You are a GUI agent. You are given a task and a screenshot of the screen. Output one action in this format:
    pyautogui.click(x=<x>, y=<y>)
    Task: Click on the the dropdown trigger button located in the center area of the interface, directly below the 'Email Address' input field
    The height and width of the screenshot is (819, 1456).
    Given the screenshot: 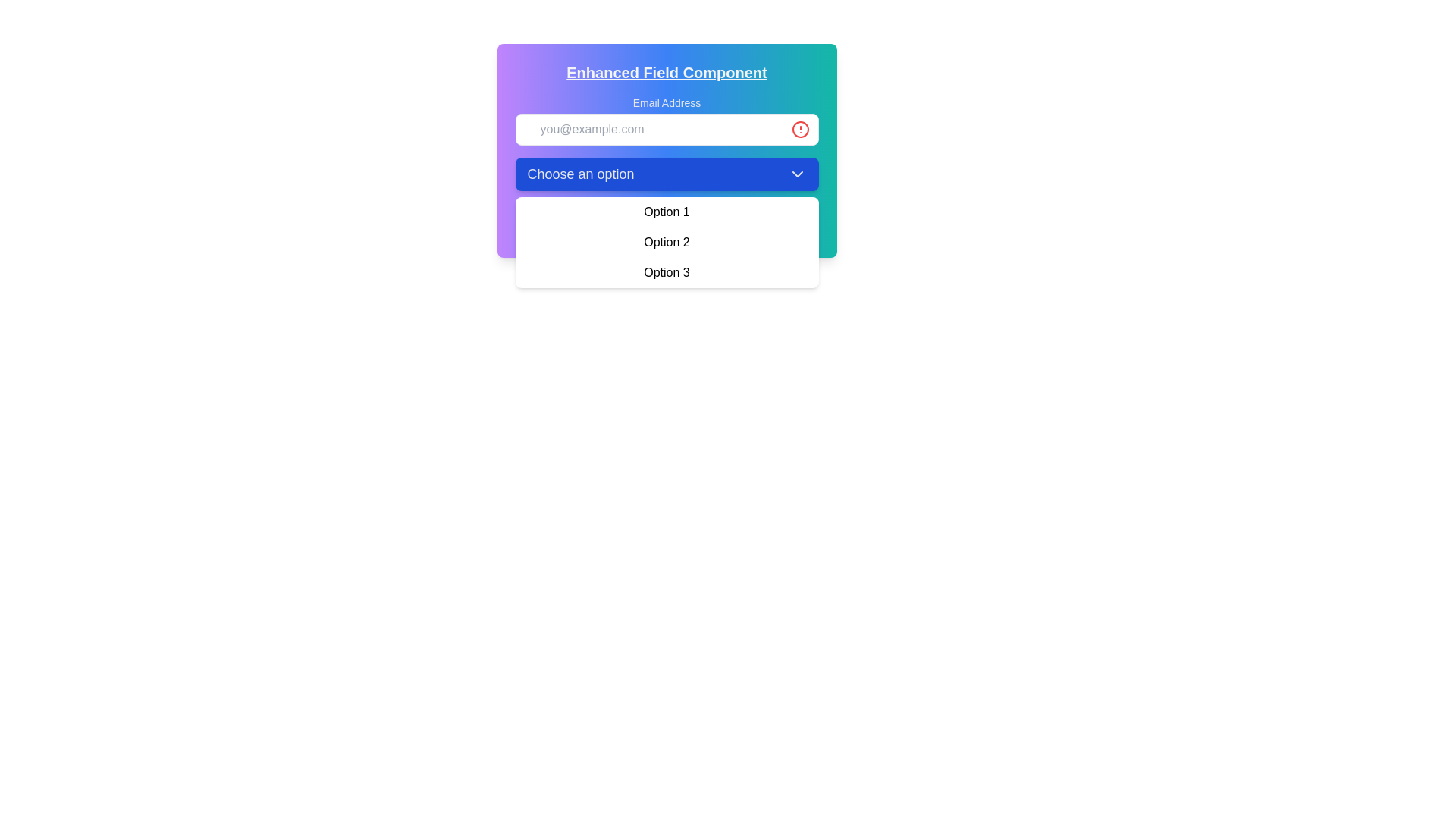 What is the action you would take?
    pyautogui.click(x=667, y=174)
    